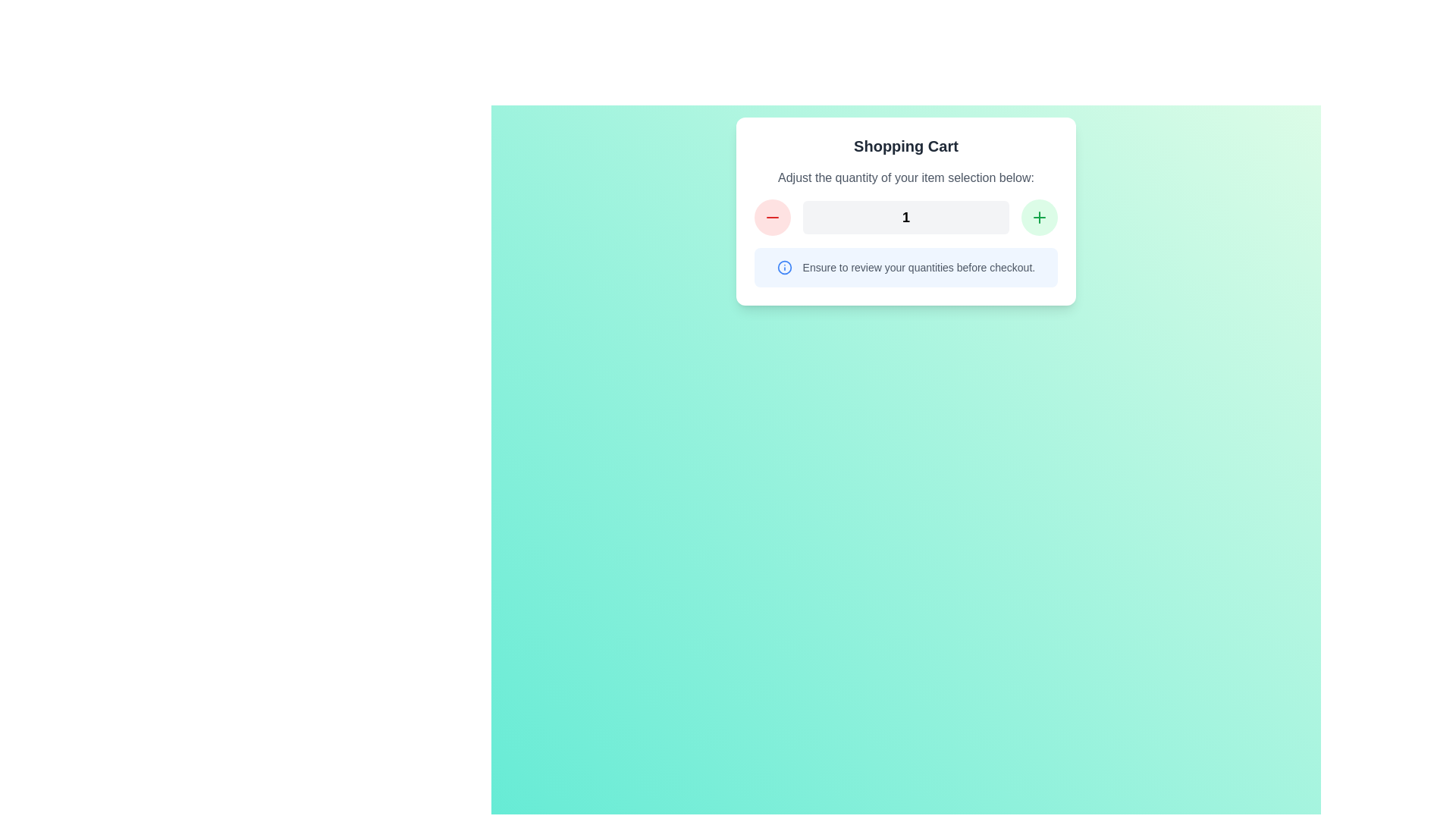 The width and height of the screenshot is (1456, 819). What do you see at coordinates (772, 217) in the screenshot?
I see `the first interactive button that decreases the displayed quantity by one, located to the left of the number display and the green circular button with a plus icon` at bounding box center [772, 217].